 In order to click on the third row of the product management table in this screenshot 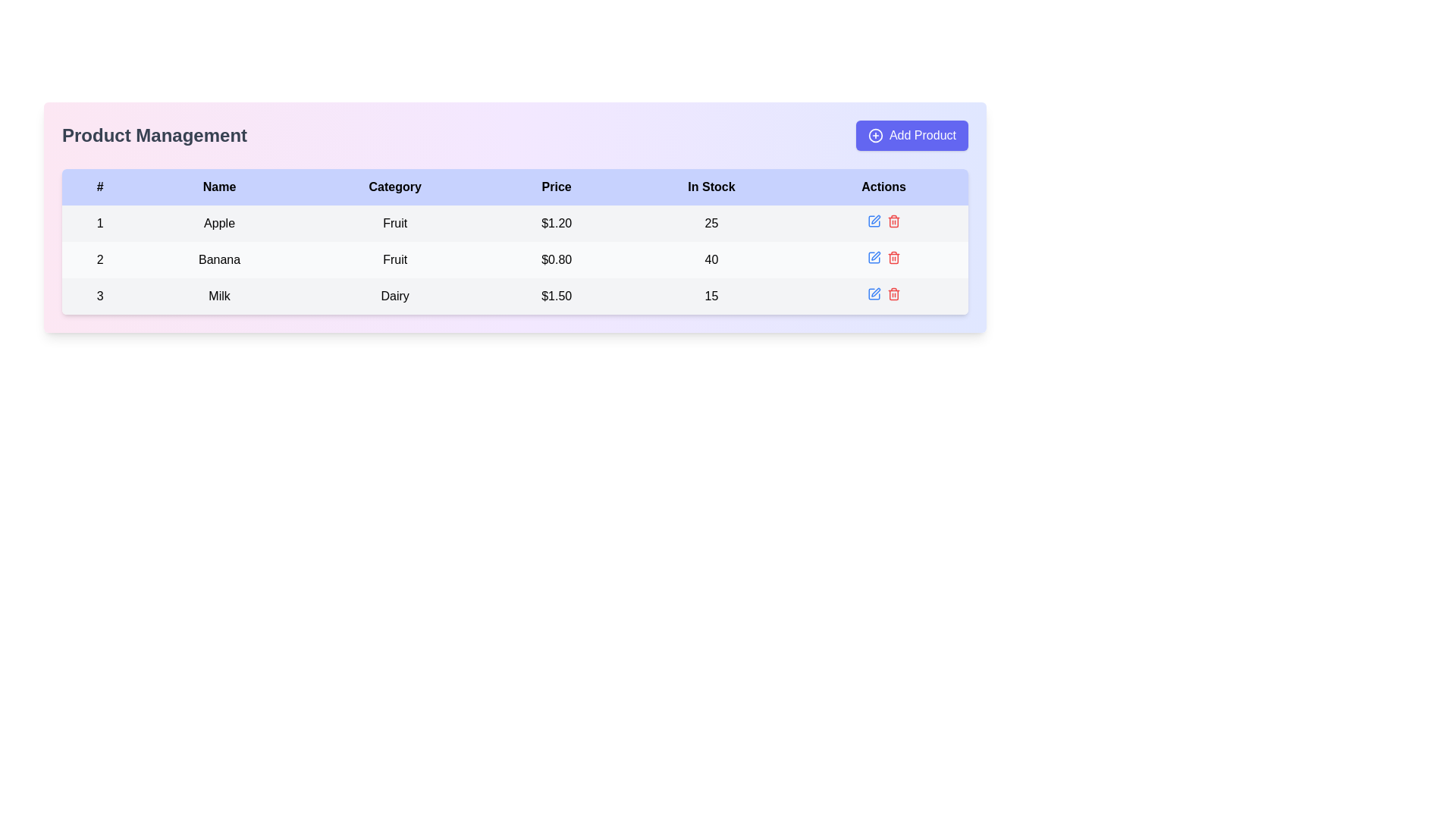, I will do `click(515, 296)`.